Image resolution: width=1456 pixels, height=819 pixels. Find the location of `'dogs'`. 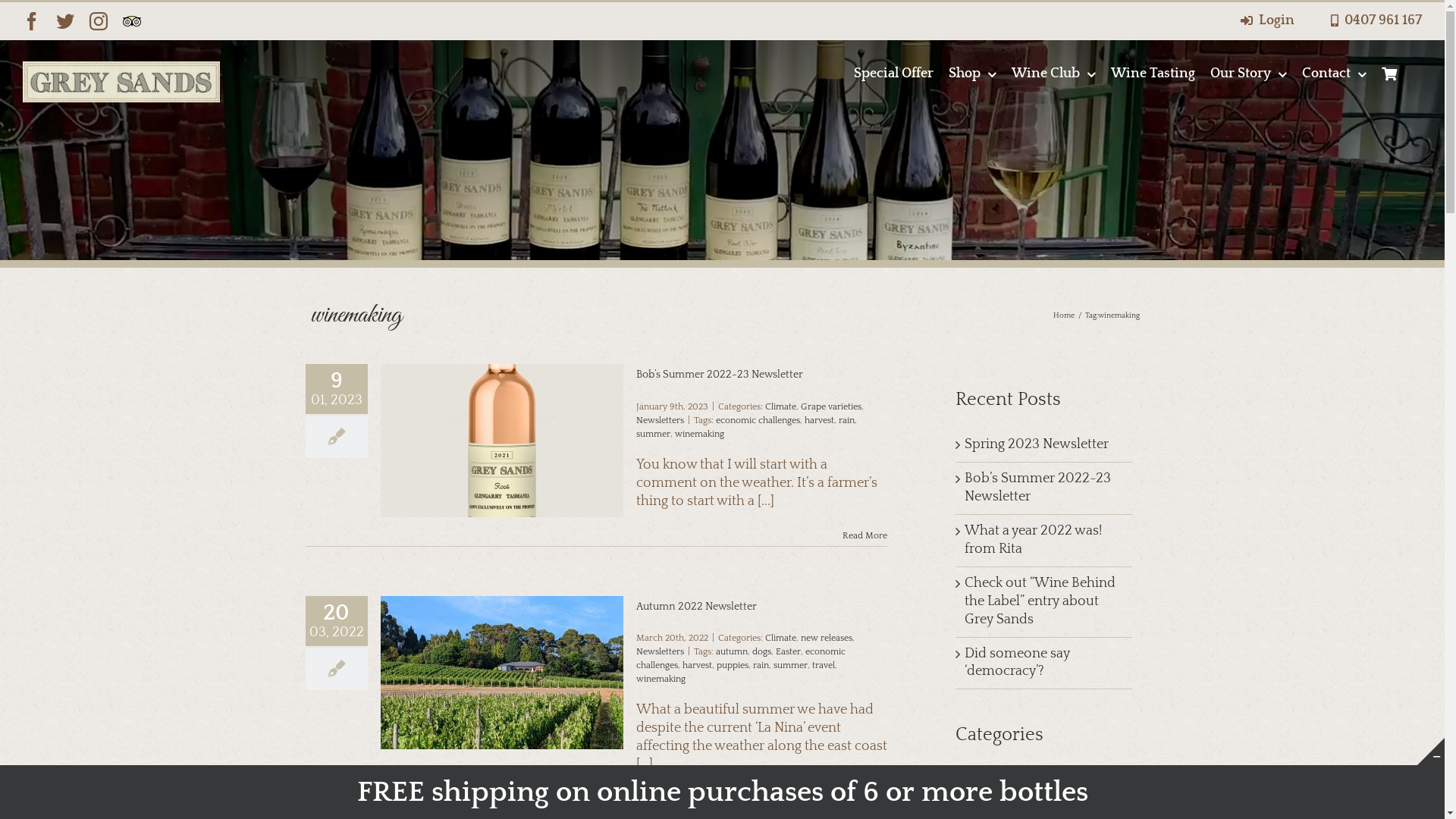

'dogs' is located at coordinates (761, 651).